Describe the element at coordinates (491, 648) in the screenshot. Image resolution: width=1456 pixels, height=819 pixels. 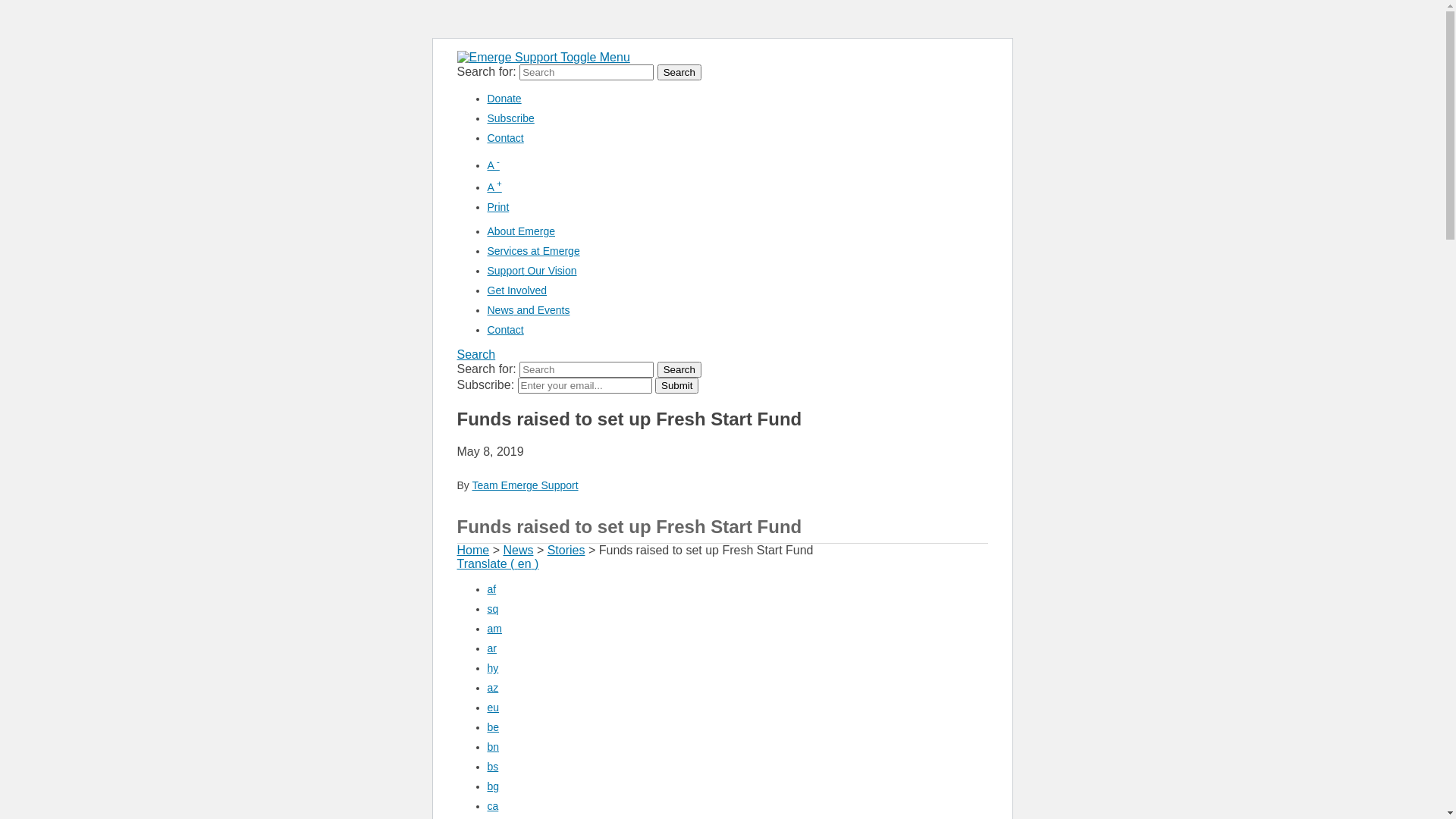
I see `'ar'` at that location.